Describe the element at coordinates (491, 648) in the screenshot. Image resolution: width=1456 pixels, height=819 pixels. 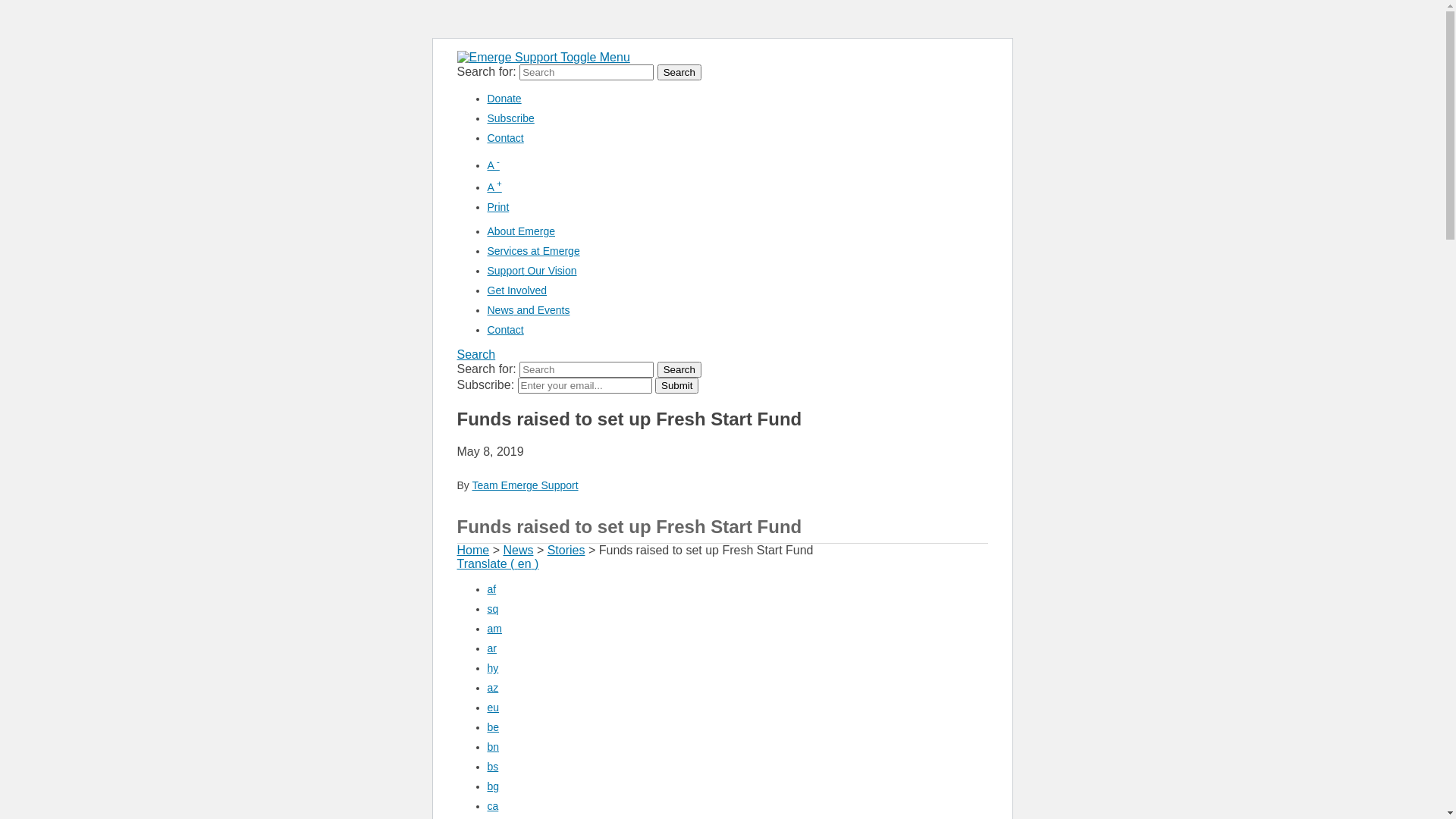
I see `'ar'` at that location.